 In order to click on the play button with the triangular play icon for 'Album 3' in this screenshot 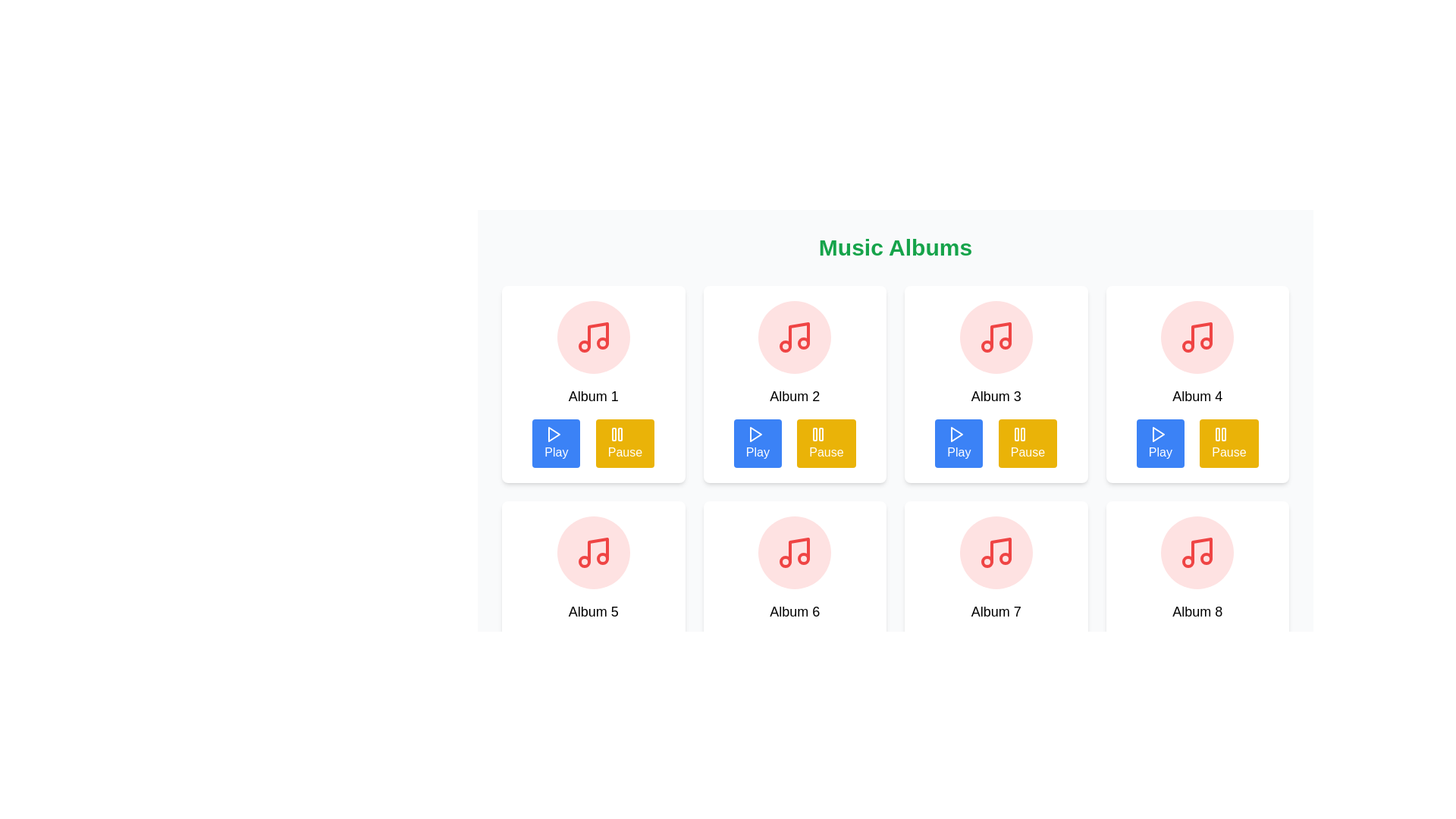, I will do `click(956, 435)`.